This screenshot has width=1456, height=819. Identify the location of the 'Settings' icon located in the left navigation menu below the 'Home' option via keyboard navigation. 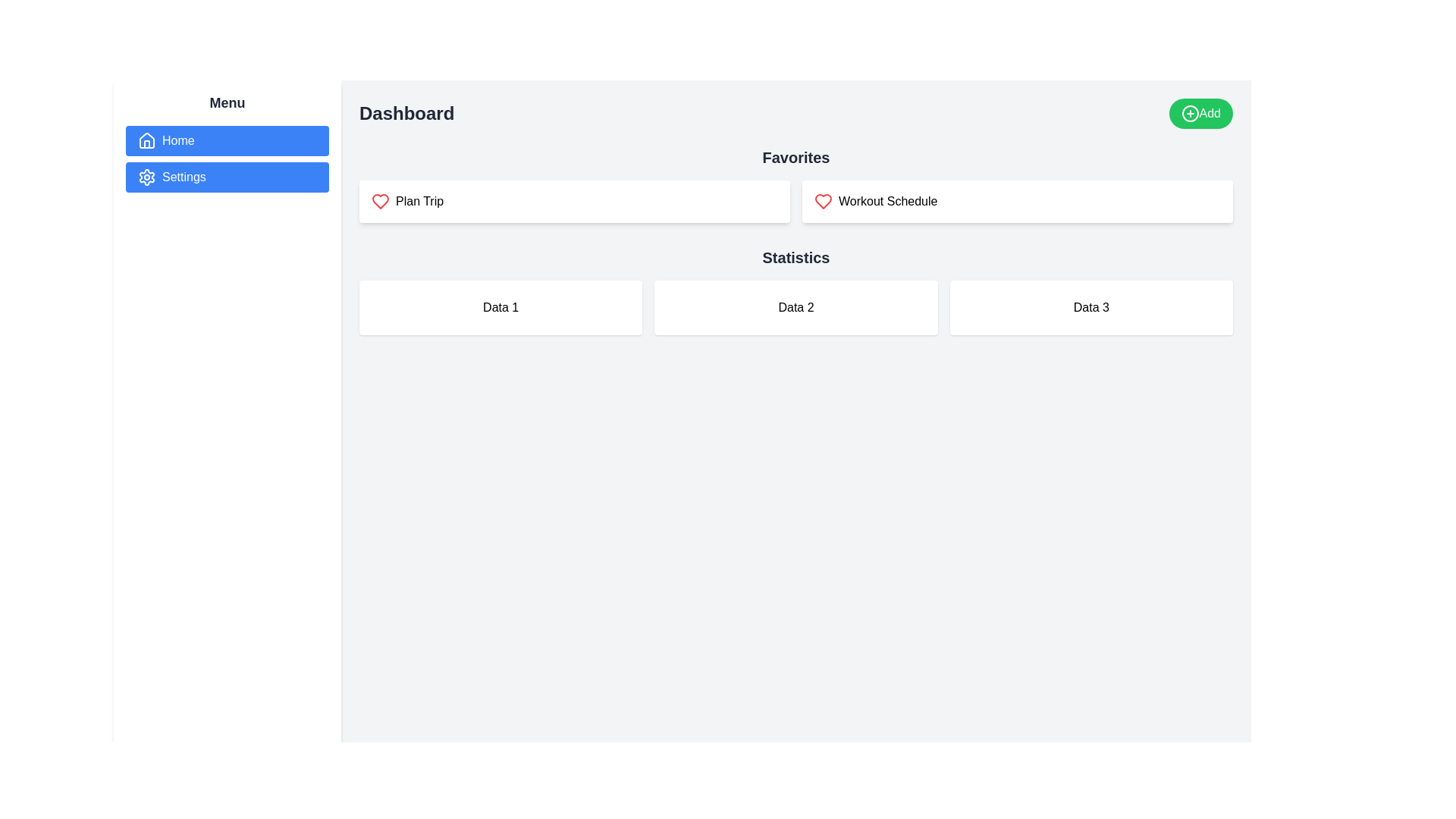
(146, 177).